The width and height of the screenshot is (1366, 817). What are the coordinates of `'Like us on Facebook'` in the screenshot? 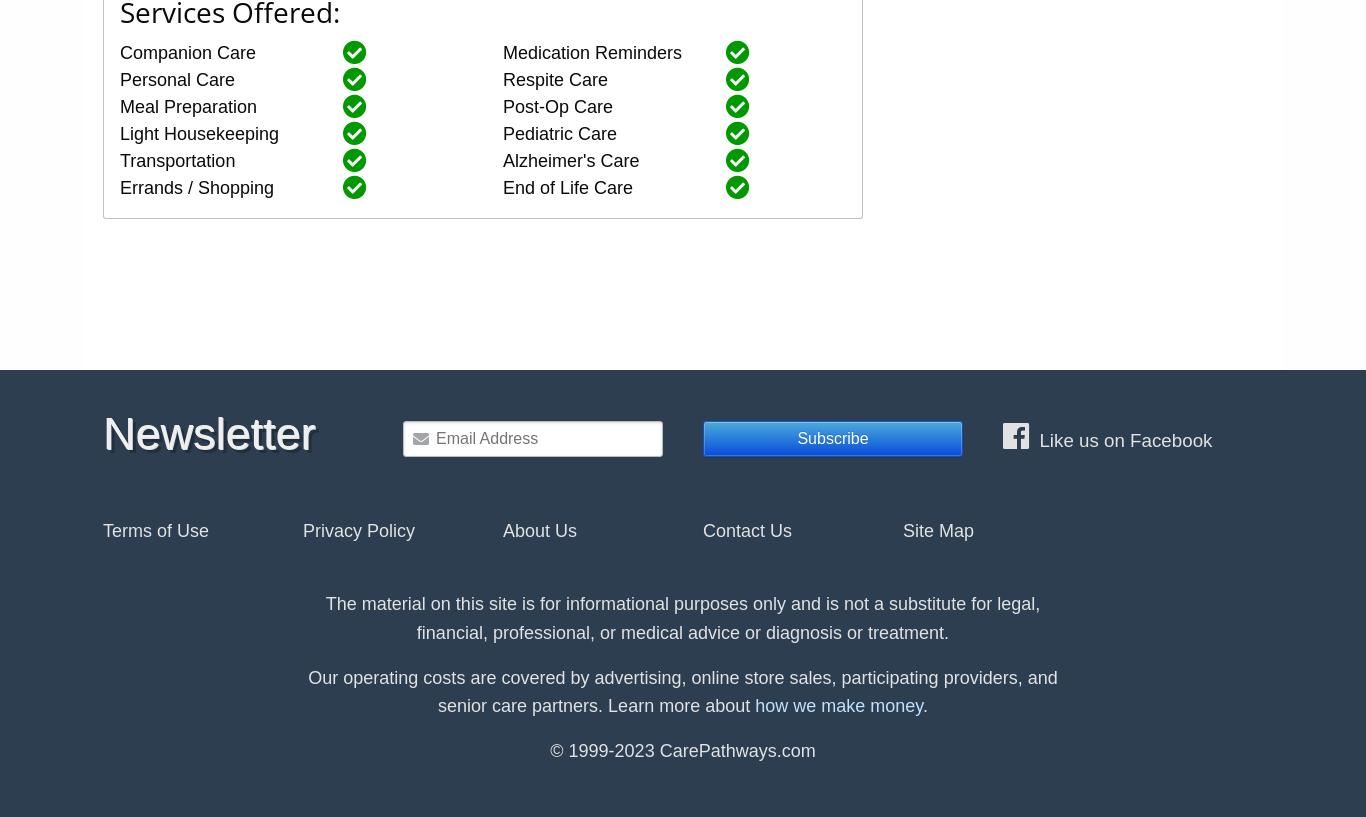 It's located at (1119, 439).